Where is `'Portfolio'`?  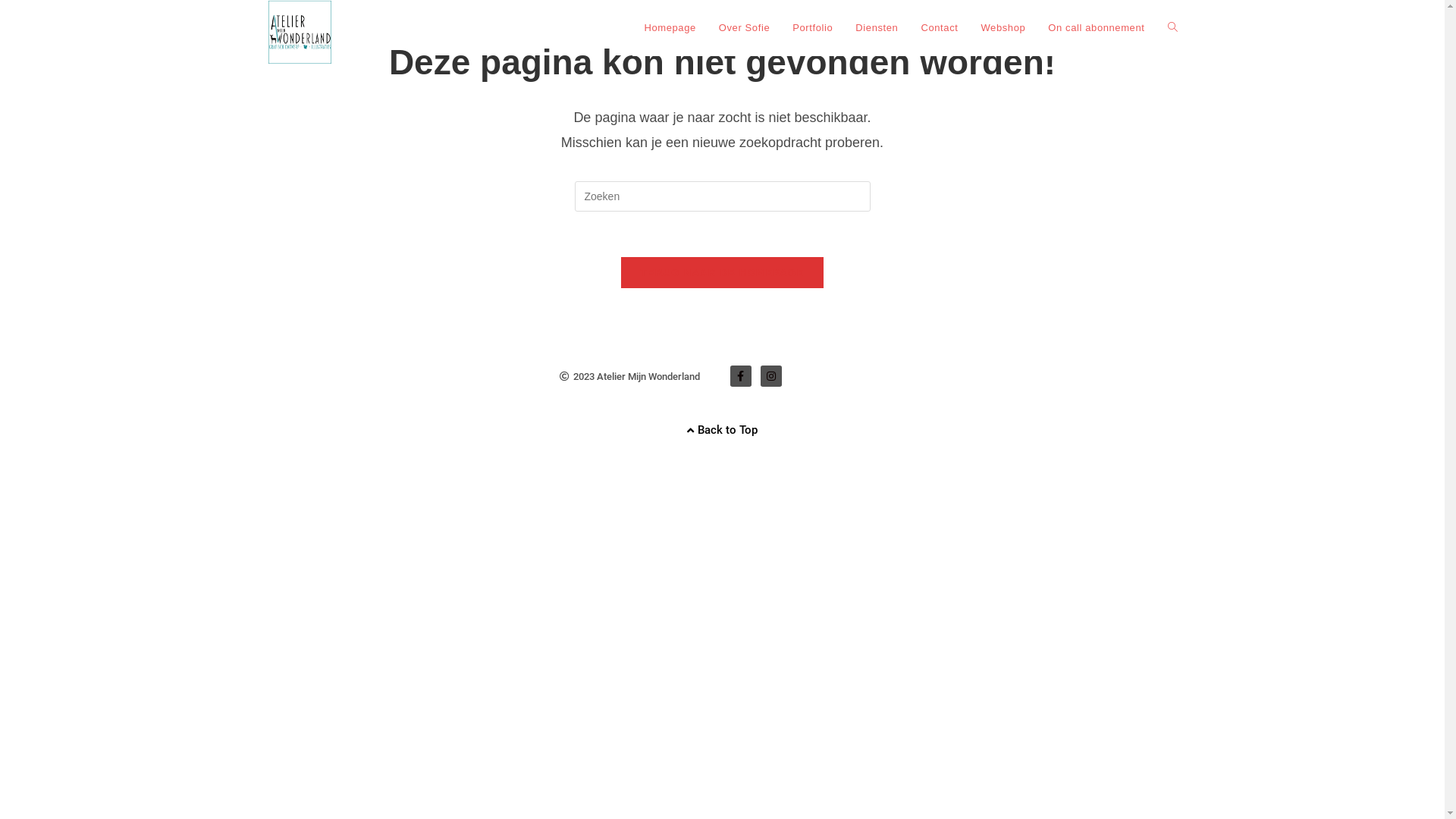 'Portfolio' is located at coordinates (811, 28).